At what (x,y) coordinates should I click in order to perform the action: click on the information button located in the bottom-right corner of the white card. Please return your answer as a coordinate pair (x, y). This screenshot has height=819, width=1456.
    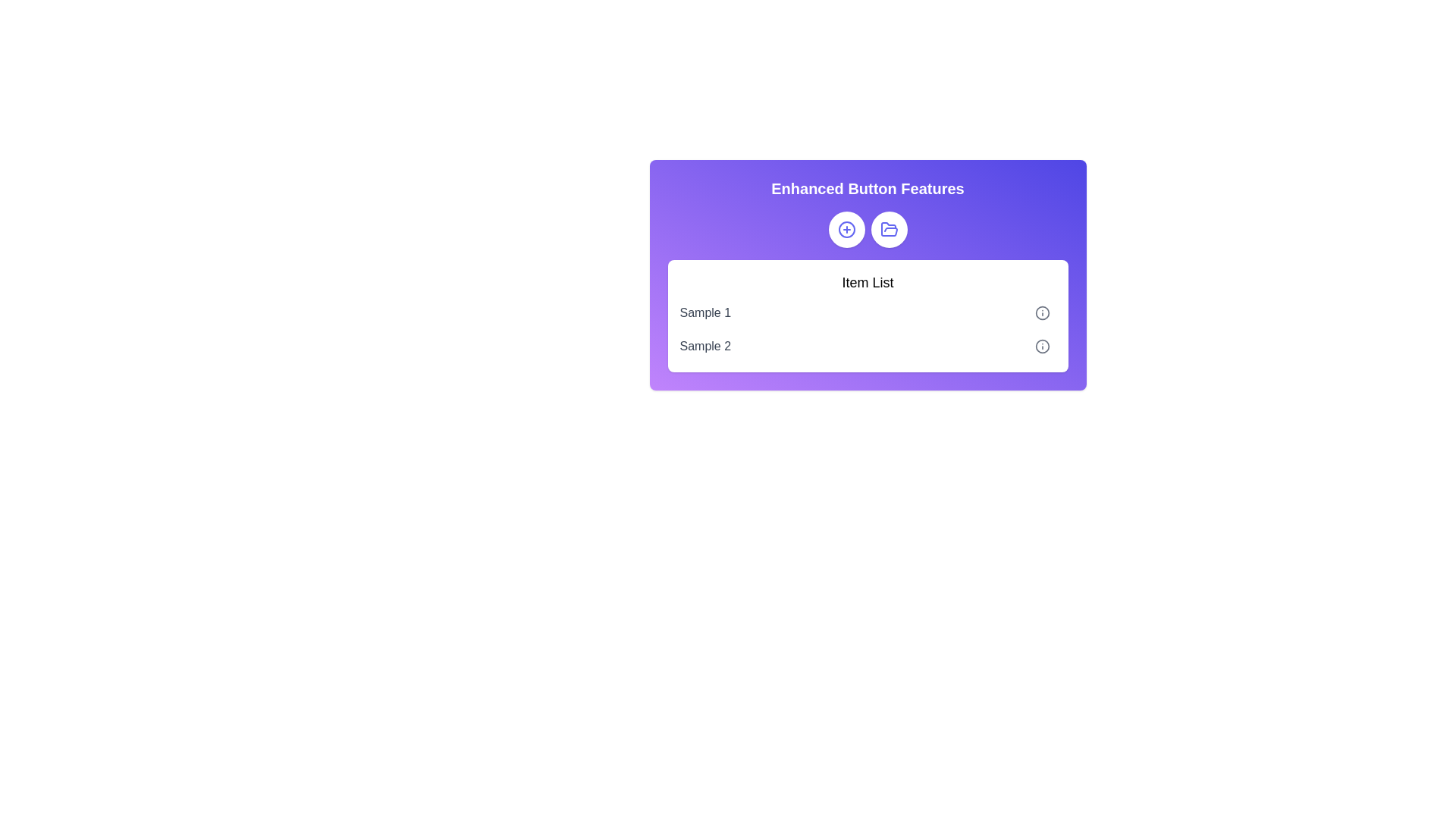
    Looking at the image, I should click on (1041, 346).